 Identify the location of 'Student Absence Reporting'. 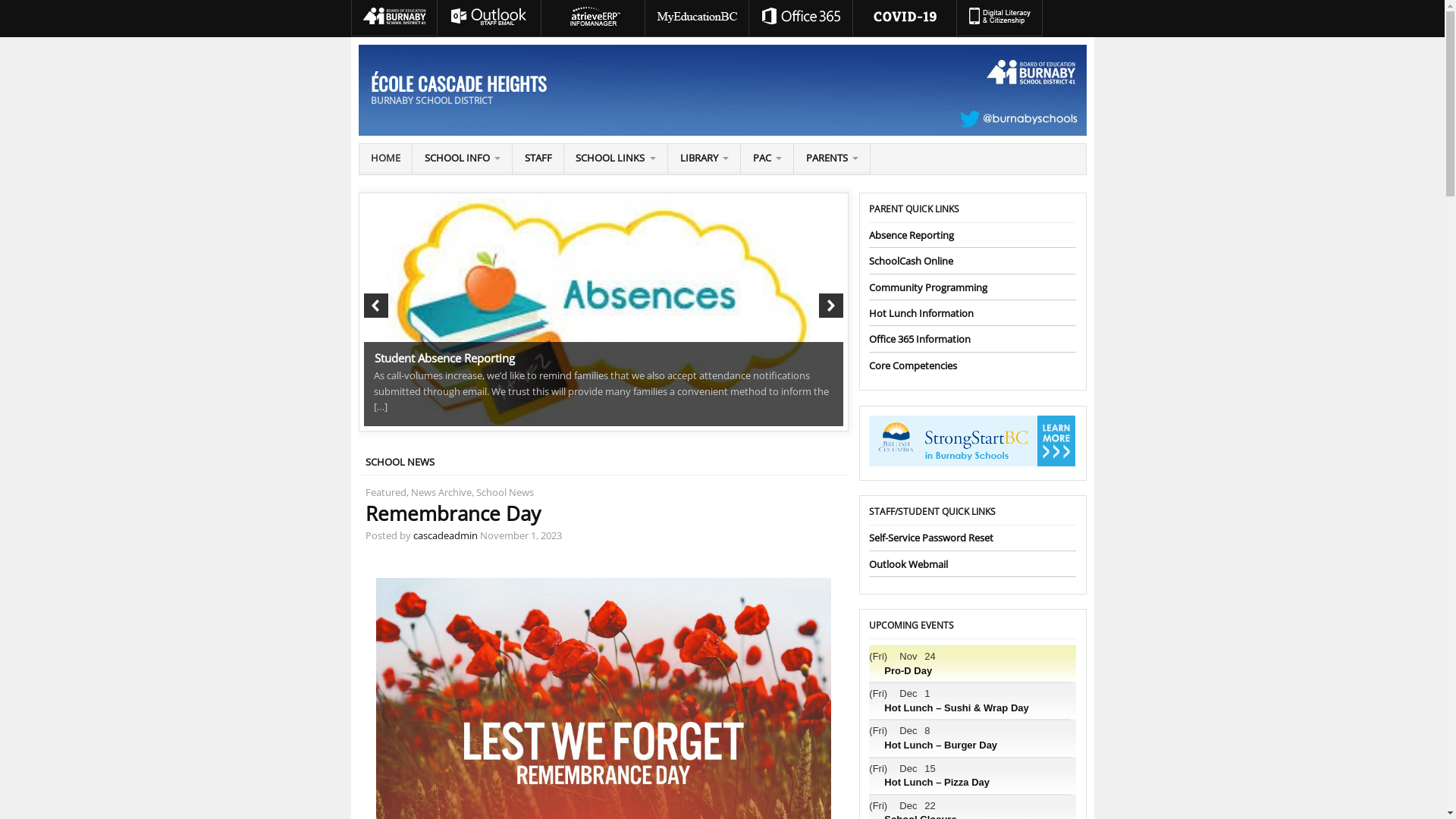
(603, 311).